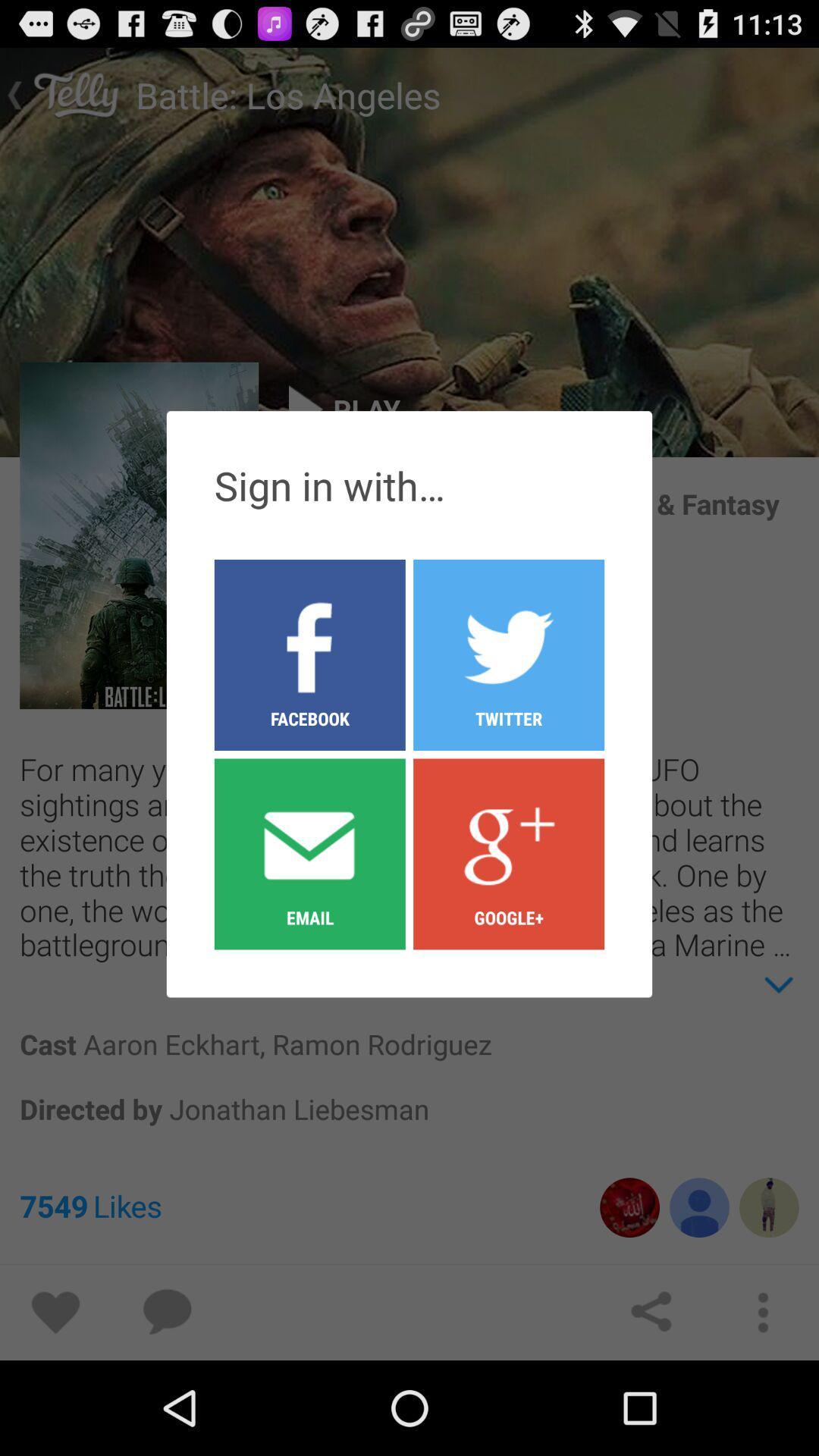 This screenshot has width=819, height=1456. I want to click on google+ icon, so click(509, 853).